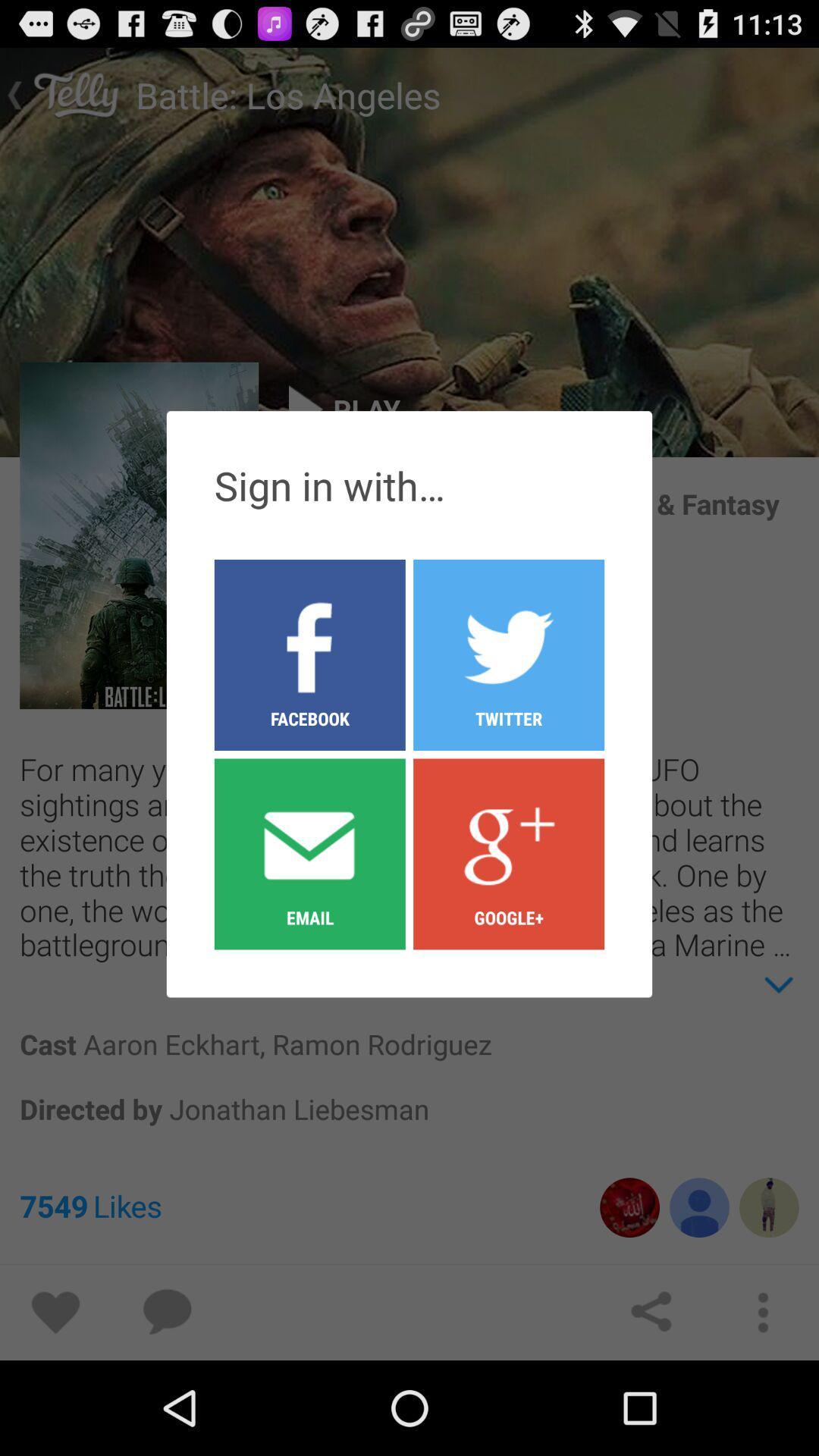 This screenshot has width=819, height=1456. I want to click on google+ icon, so click(509, 853).